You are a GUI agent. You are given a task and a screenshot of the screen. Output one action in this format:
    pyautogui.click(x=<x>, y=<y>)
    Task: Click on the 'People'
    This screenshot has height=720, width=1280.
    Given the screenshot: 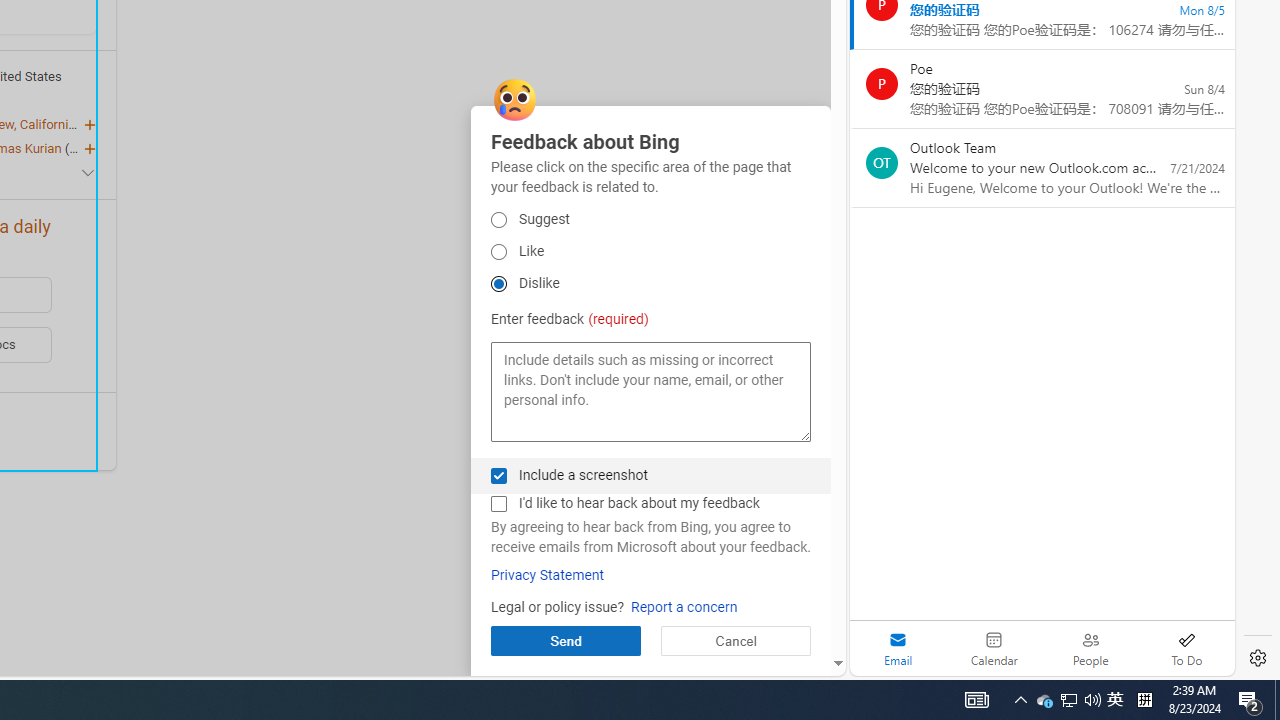 What is the action you would take?
    pyautogui.click(x=1089, y=648)
    